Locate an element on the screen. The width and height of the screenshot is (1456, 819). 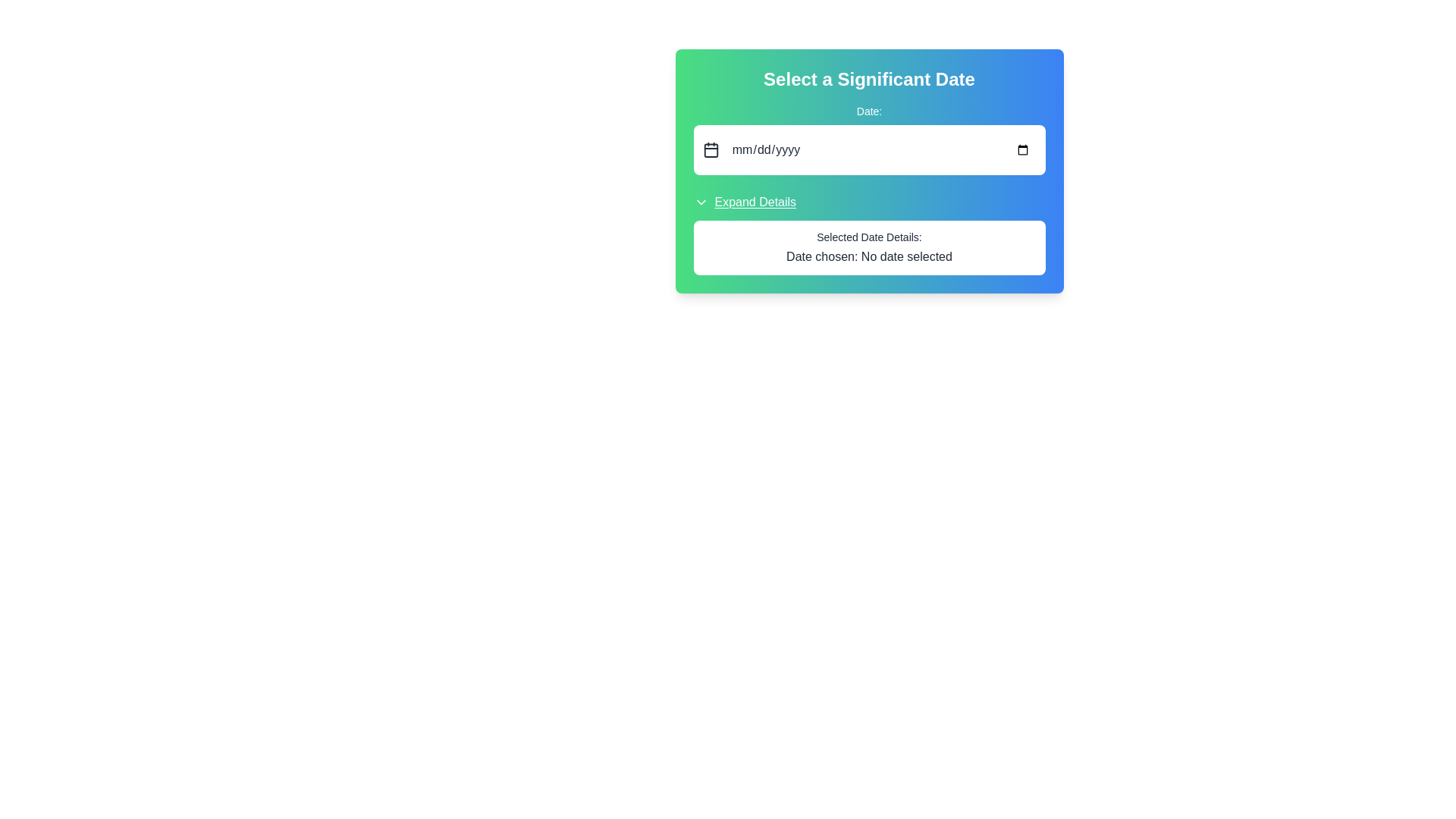
the date picker icon located to the left of the input field labeled 'mm/dd/yyyy', which serves as an indicator for date selection is located at coordinates (710, 150).